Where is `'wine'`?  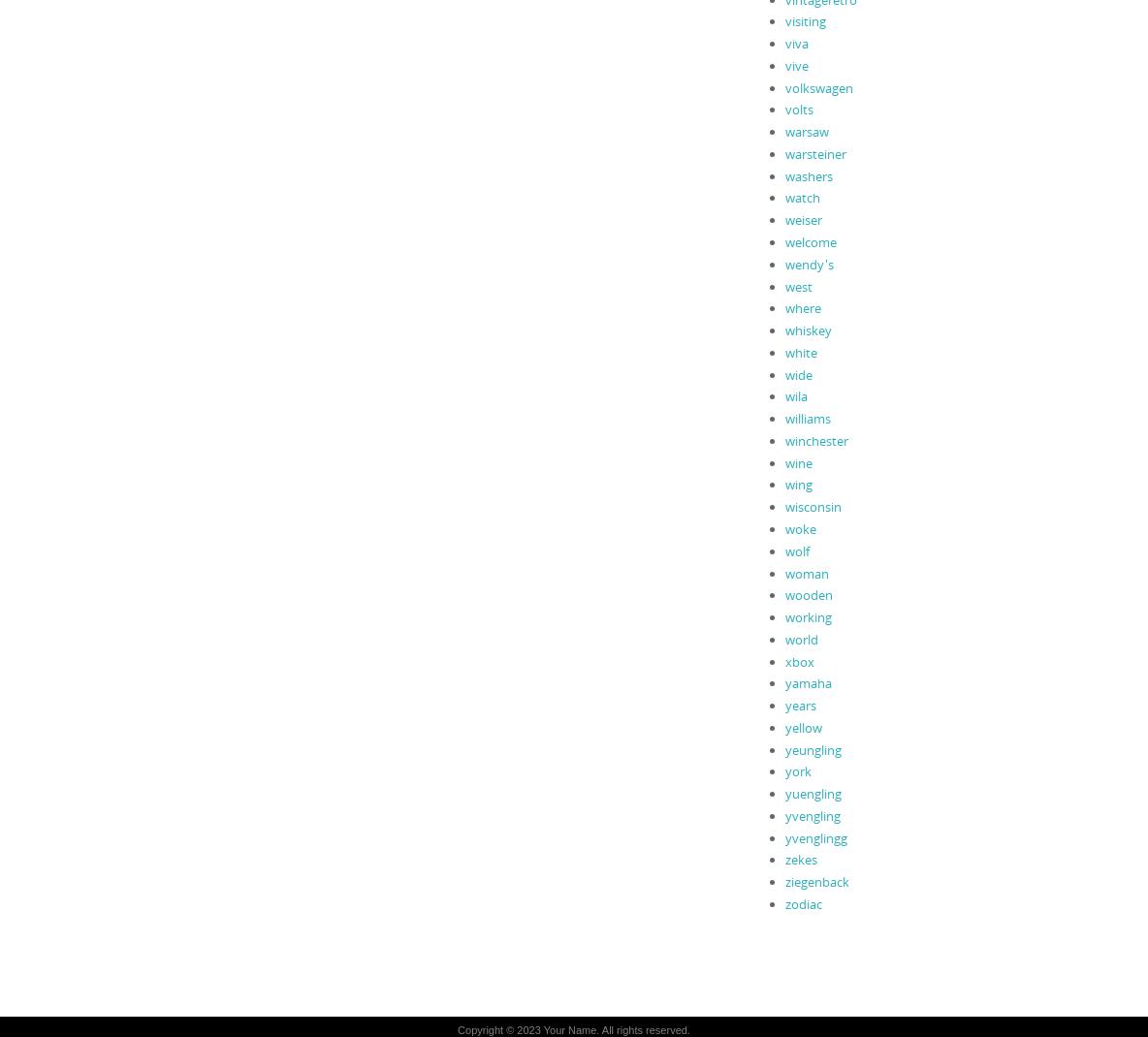 'wine' is located at coordinates (783, 462).